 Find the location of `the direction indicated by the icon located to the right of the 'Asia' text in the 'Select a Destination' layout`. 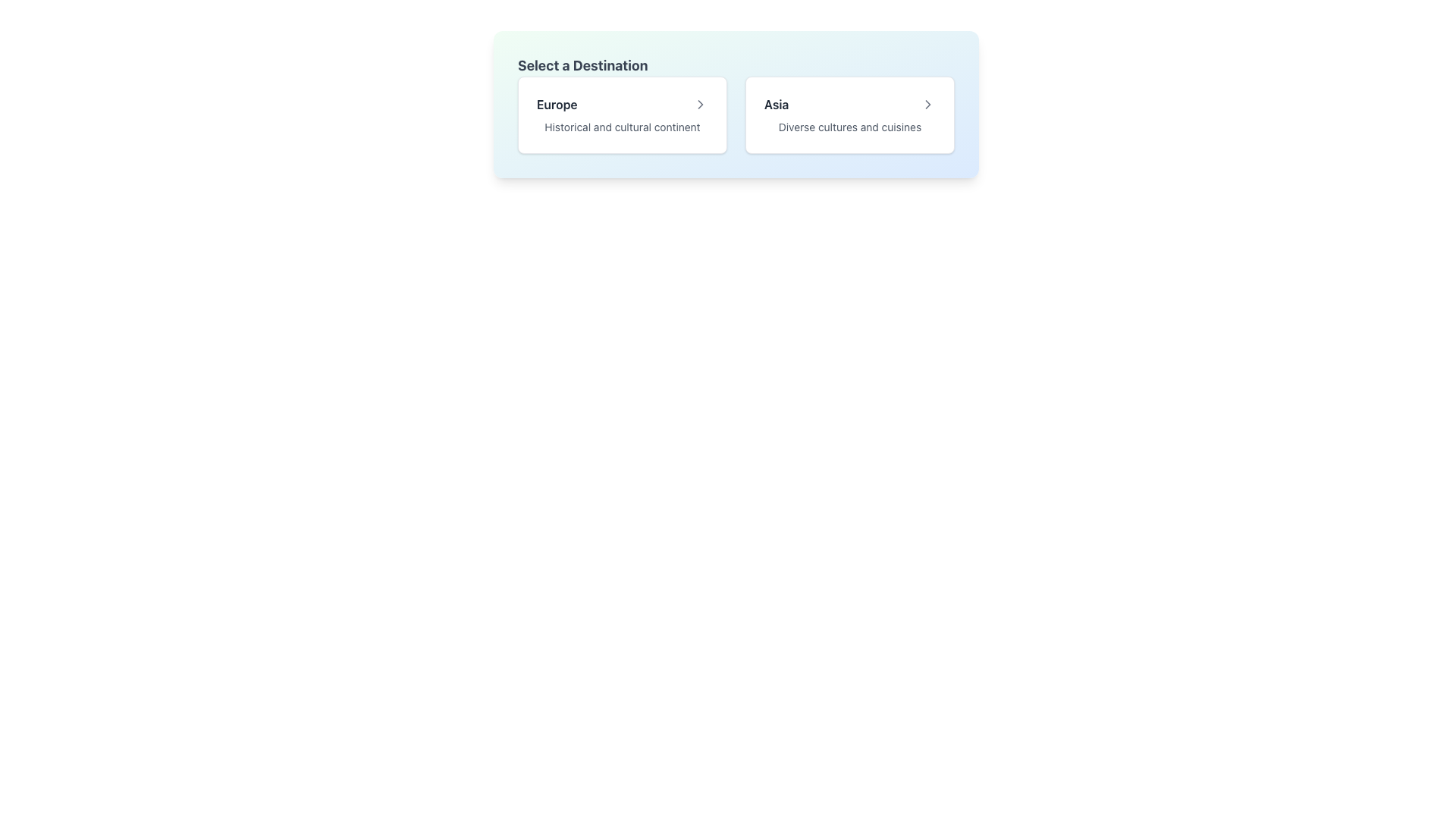

the direction indicated by the icon located to the right of the 'Asia' text in the 'Select a Destination' layout is located at coordinates (927, 104).